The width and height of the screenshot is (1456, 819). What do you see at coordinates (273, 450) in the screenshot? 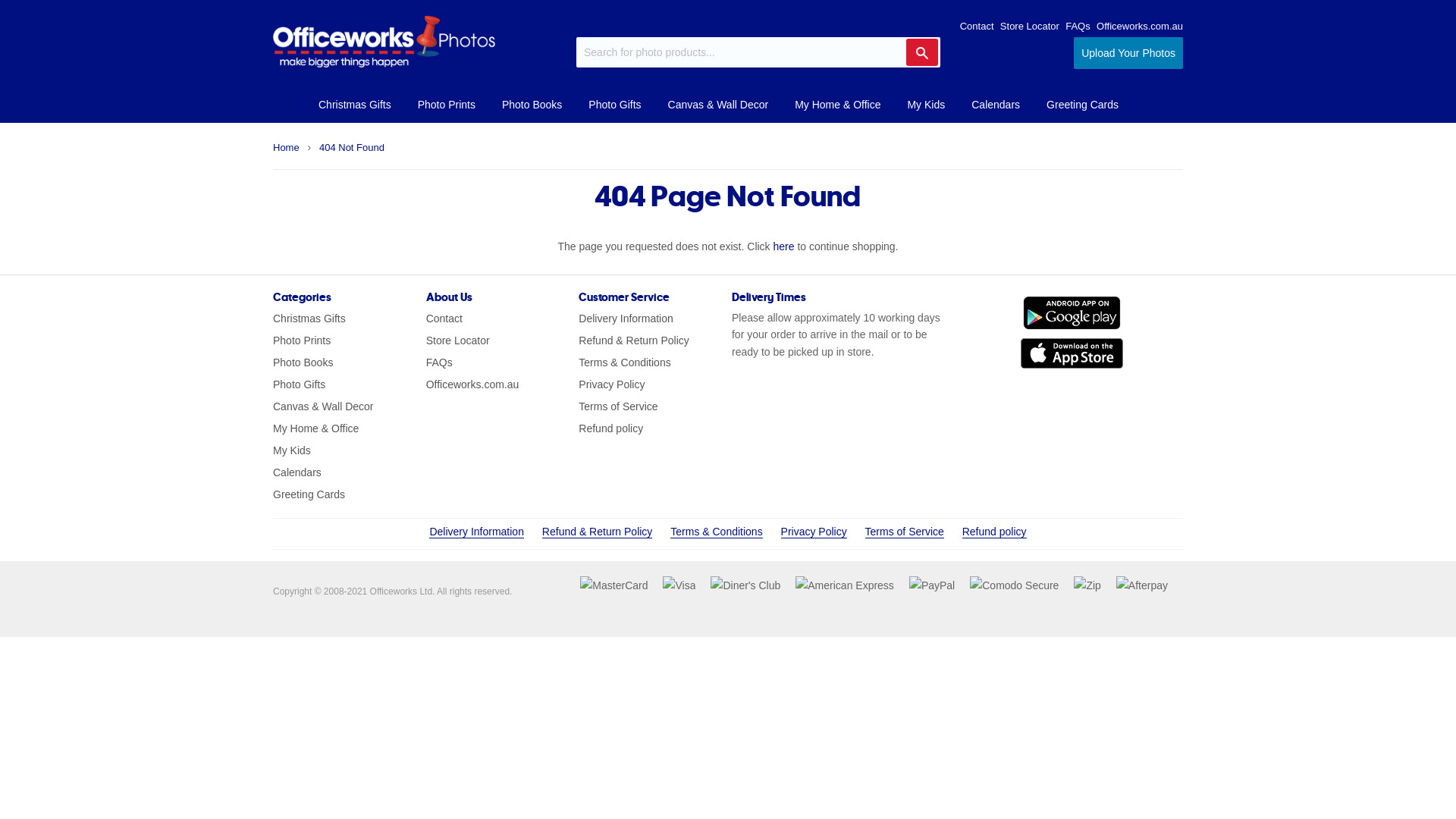
I see `'My Kids'` at bounding box center [273, 450].